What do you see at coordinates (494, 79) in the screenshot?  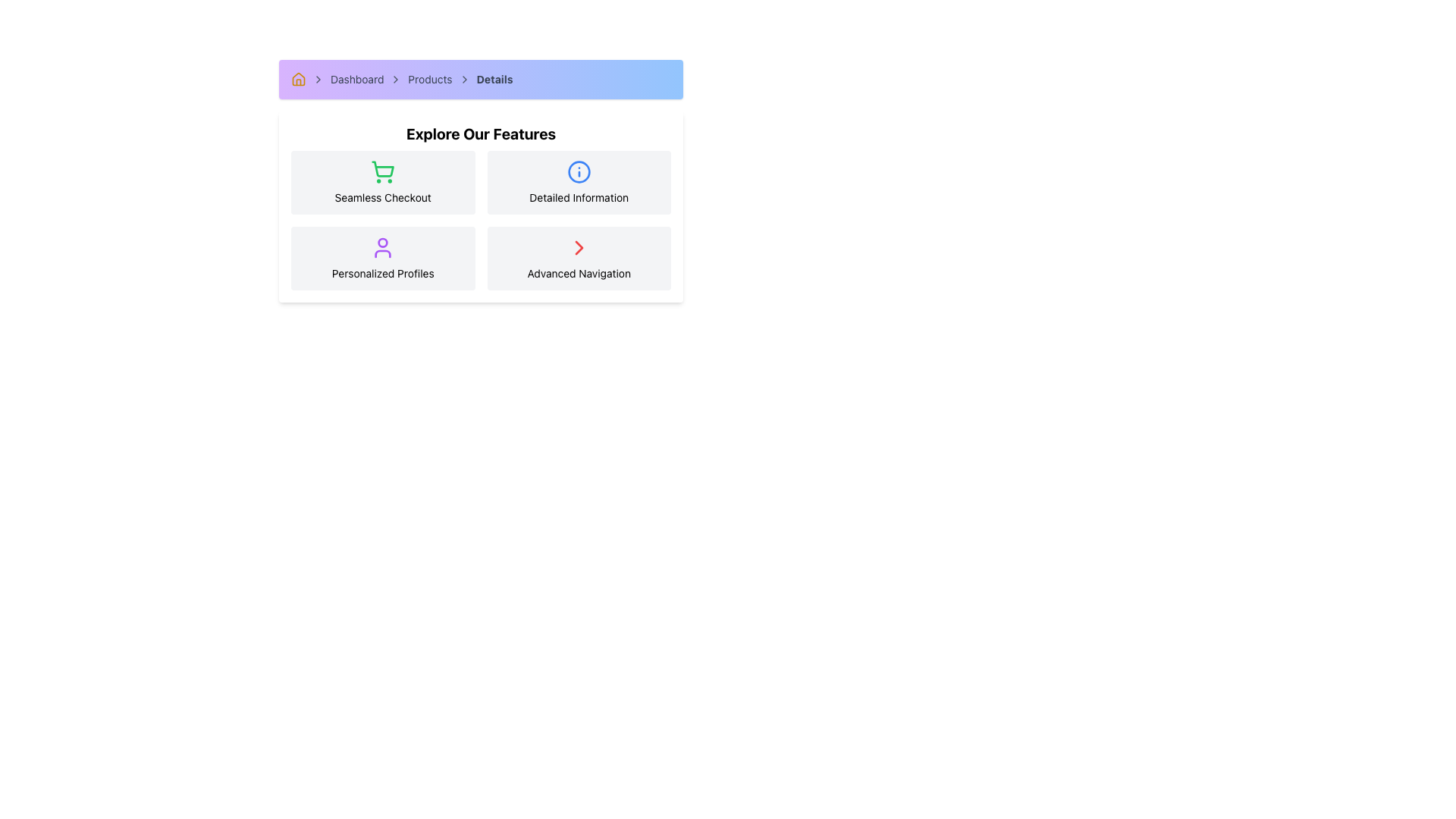 I see `the bold text label displaying 'Details' in a breadcrumb navigation bar, positioned to the right of the 'Products' link` at bounding box center [494, 79].